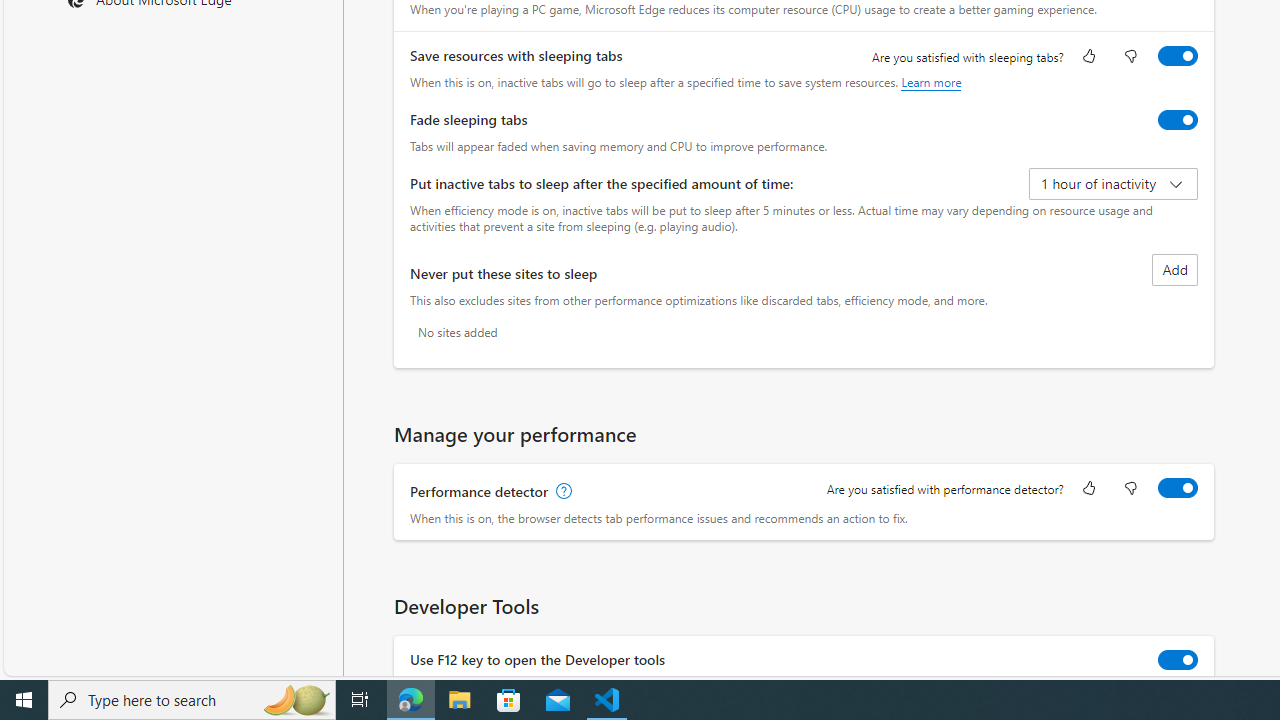 This screenshot has width=1280, height=720. I want to click on 'Add site to never put these sites to sleep list', so click(1175, 270).